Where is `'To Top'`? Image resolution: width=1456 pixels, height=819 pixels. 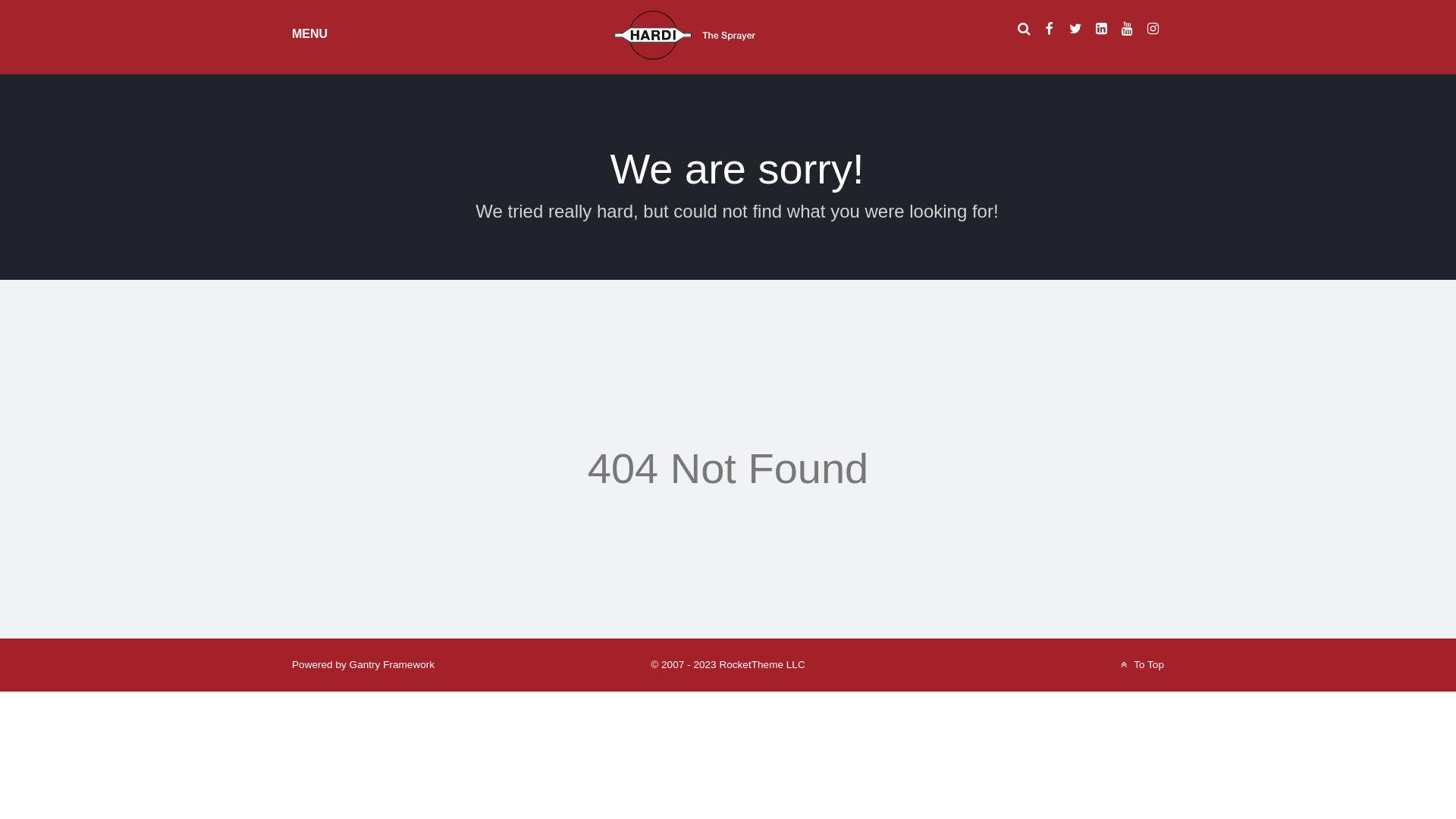
'To Top' is located at coordinates (1117, 664).